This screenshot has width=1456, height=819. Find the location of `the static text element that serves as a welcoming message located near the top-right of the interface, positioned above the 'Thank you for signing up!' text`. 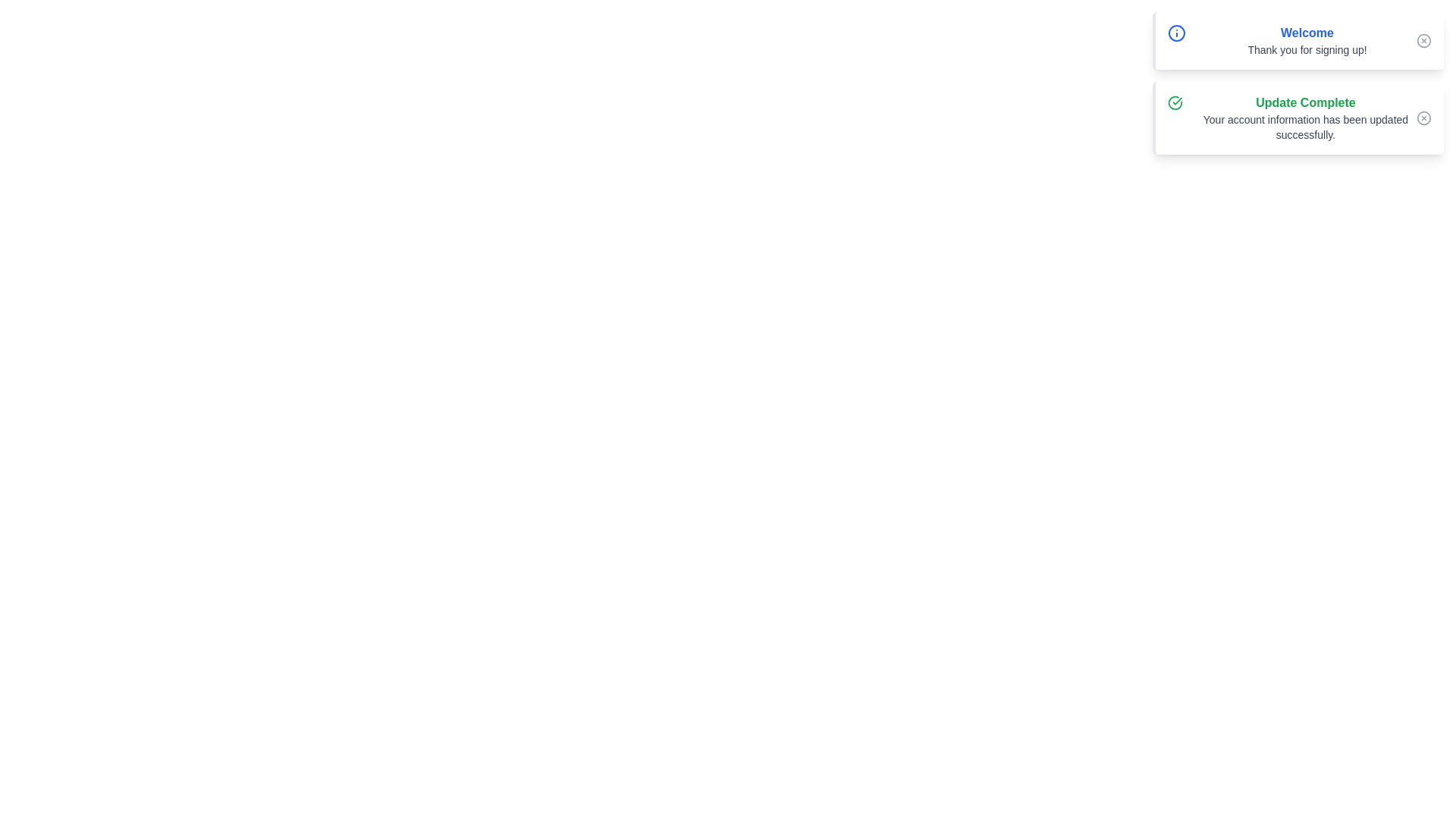

the static text element that serves as a welcoming message located near the top-right of the interface, positioned above the 'Thank you for signing up!' text is located at coordinates (1306, 33).